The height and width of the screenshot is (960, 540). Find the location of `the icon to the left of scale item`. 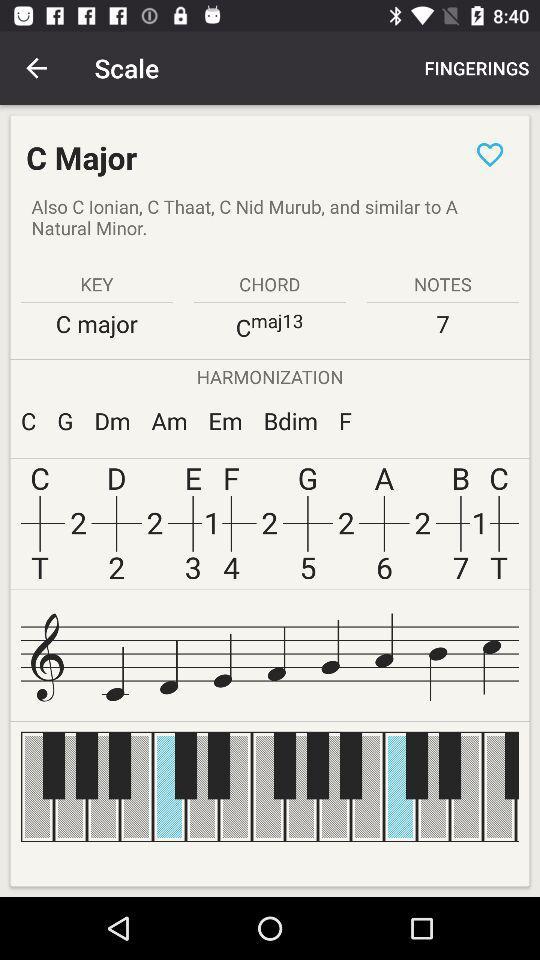

the icon to the left of scale item is located at coordinates (36, 68).